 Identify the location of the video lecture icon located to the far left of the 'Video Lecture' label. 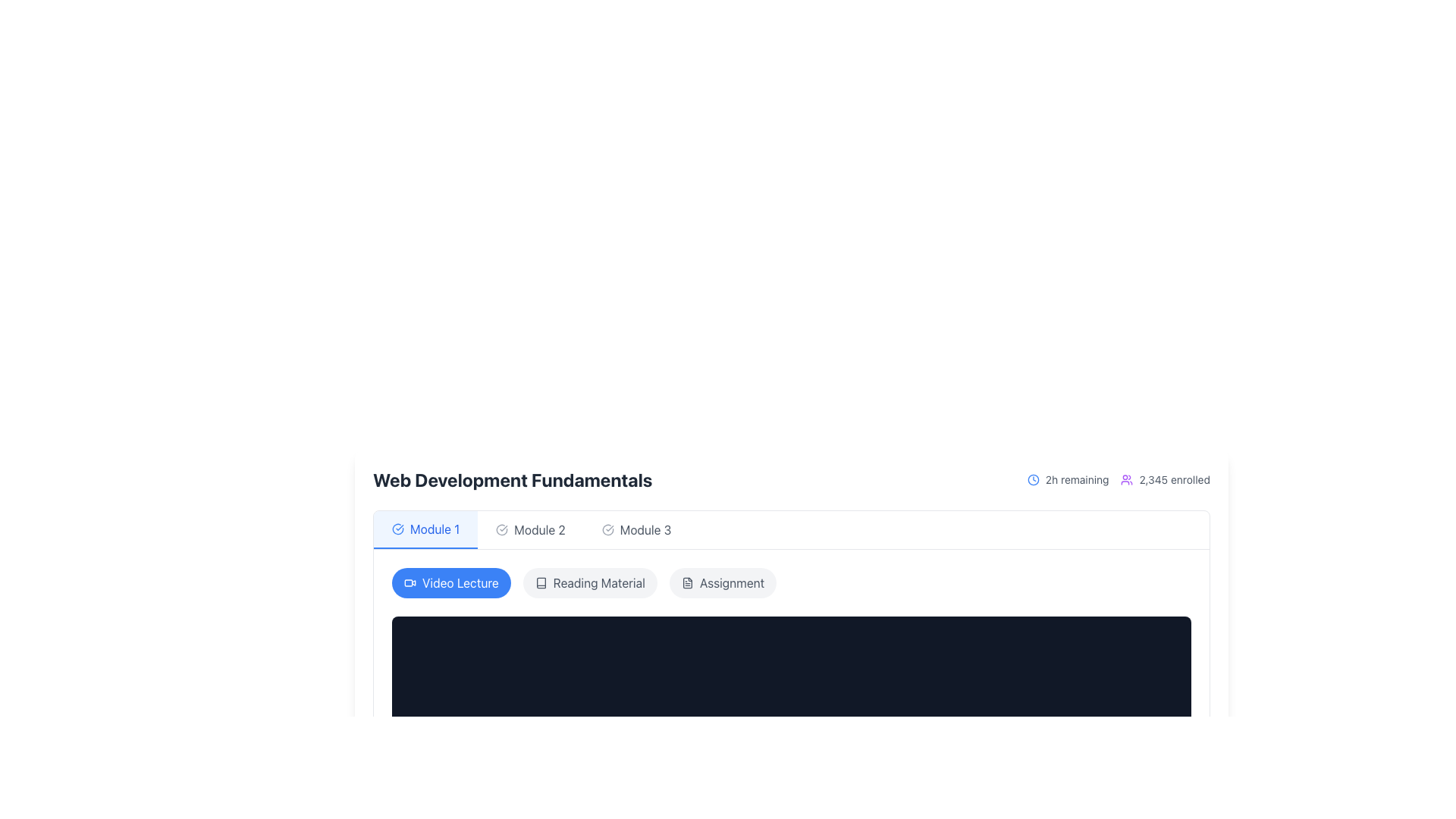
(410, 582).